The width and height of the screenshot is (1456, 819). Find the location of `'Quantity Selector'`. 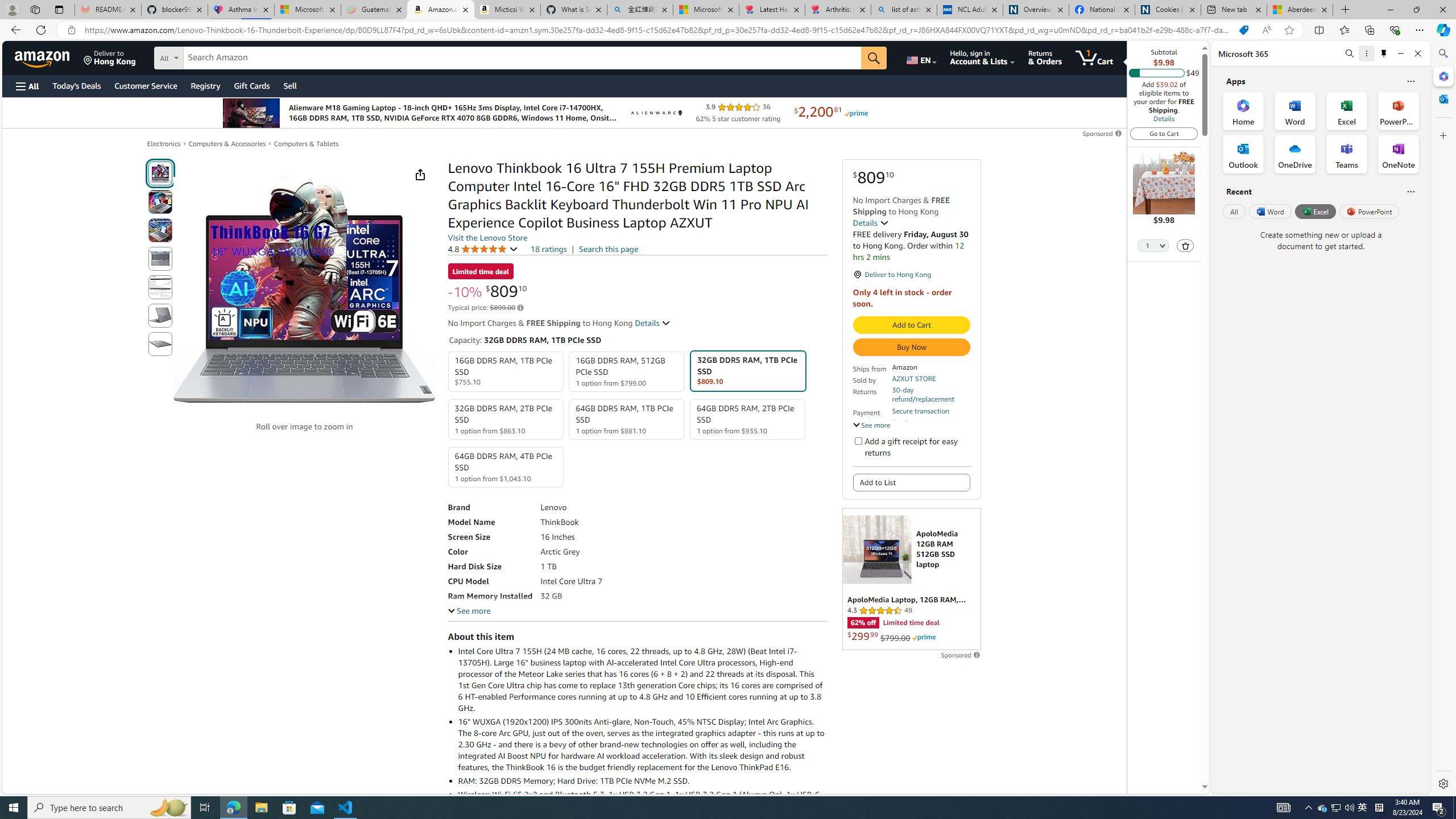

'Quantity Selector' is located at coordinates (1152, 246).